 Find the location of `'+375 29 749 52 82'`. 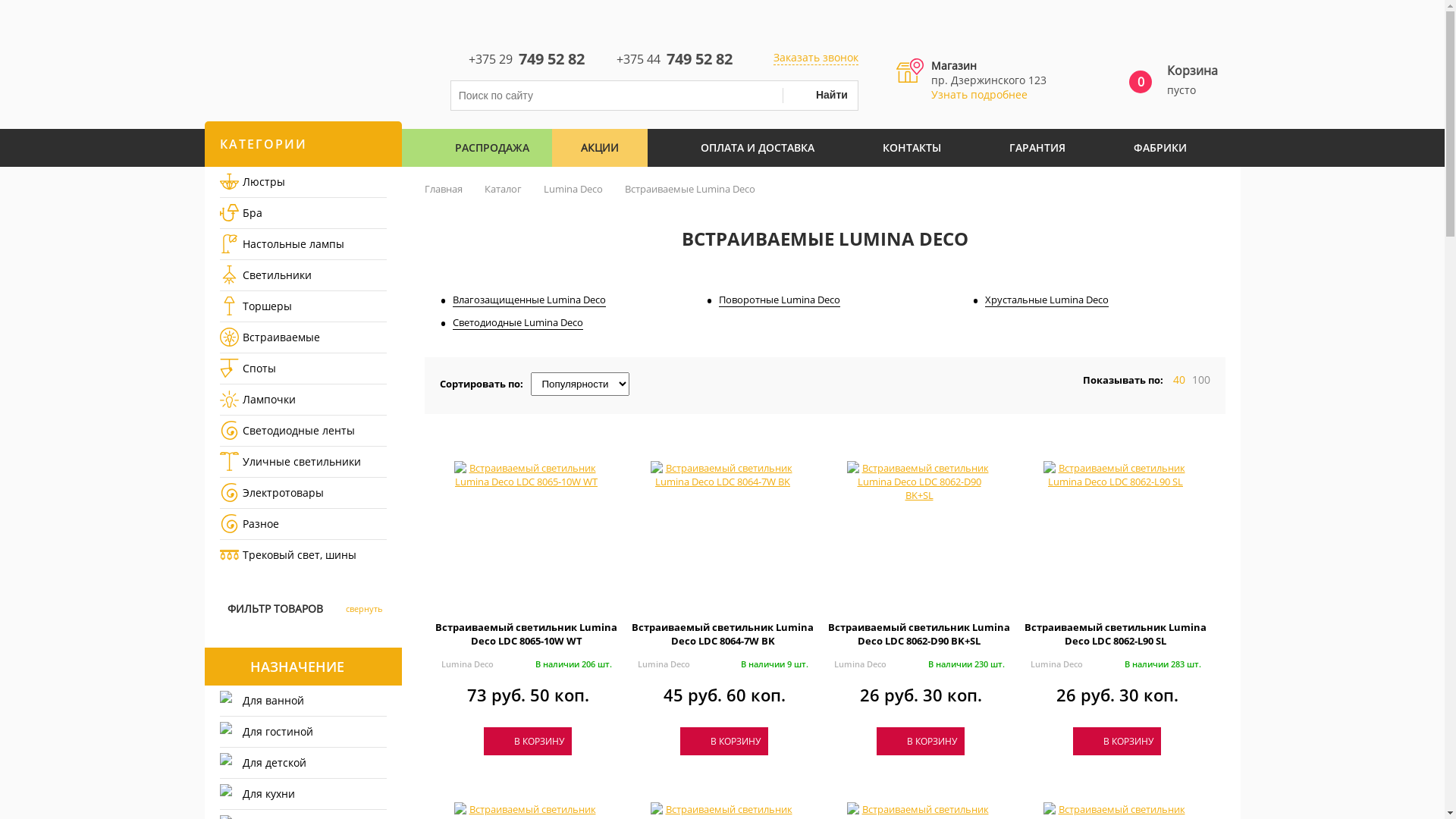

'+375 29 749 52 82' is located at coordinates (450, 57).